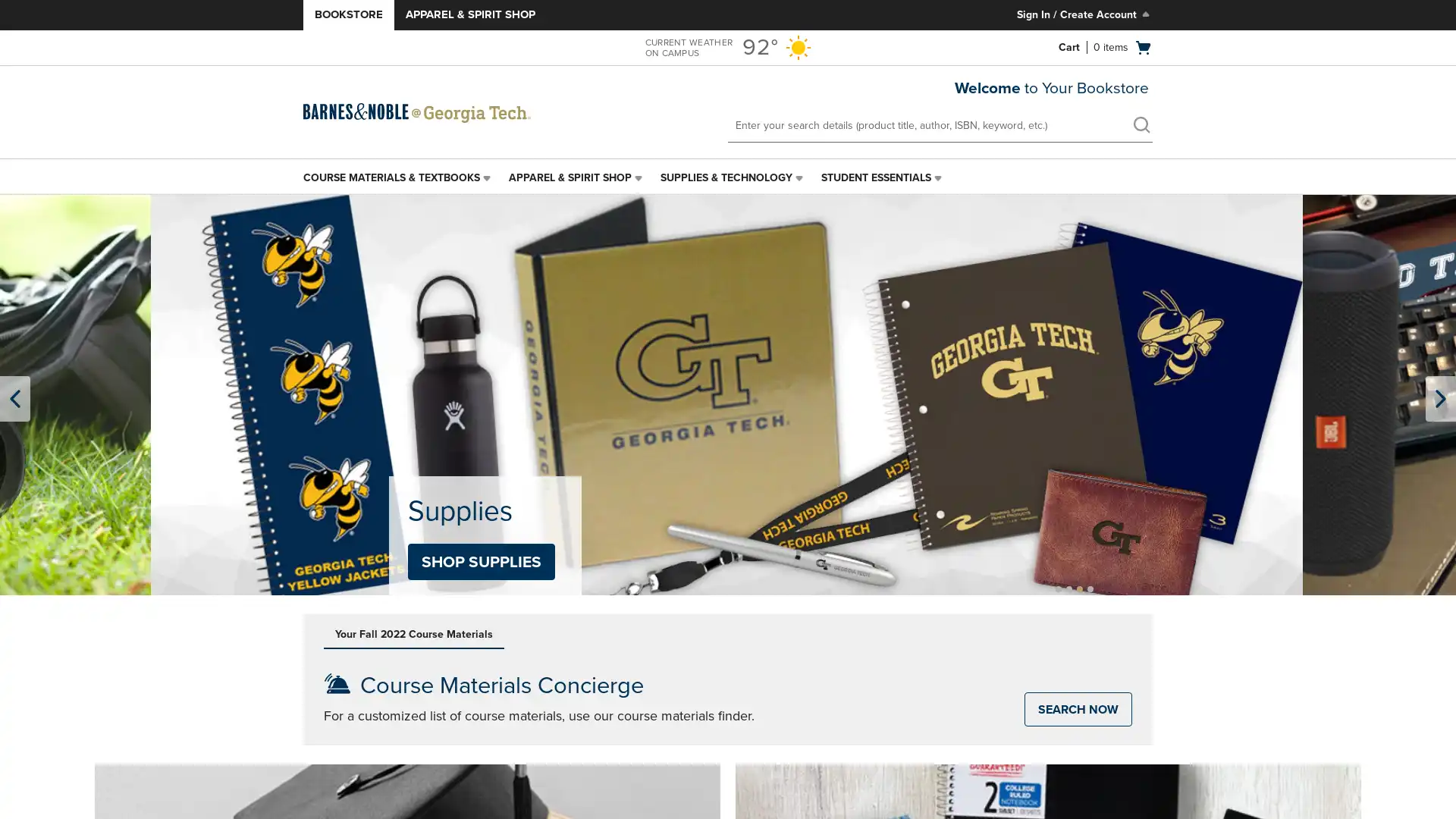 Image resolution: width=1456 pixels, height=819 pixels. What do you see at coordinates (1141, 124) in the screenshot?
I see `search` at bounding box center [1141, 124].